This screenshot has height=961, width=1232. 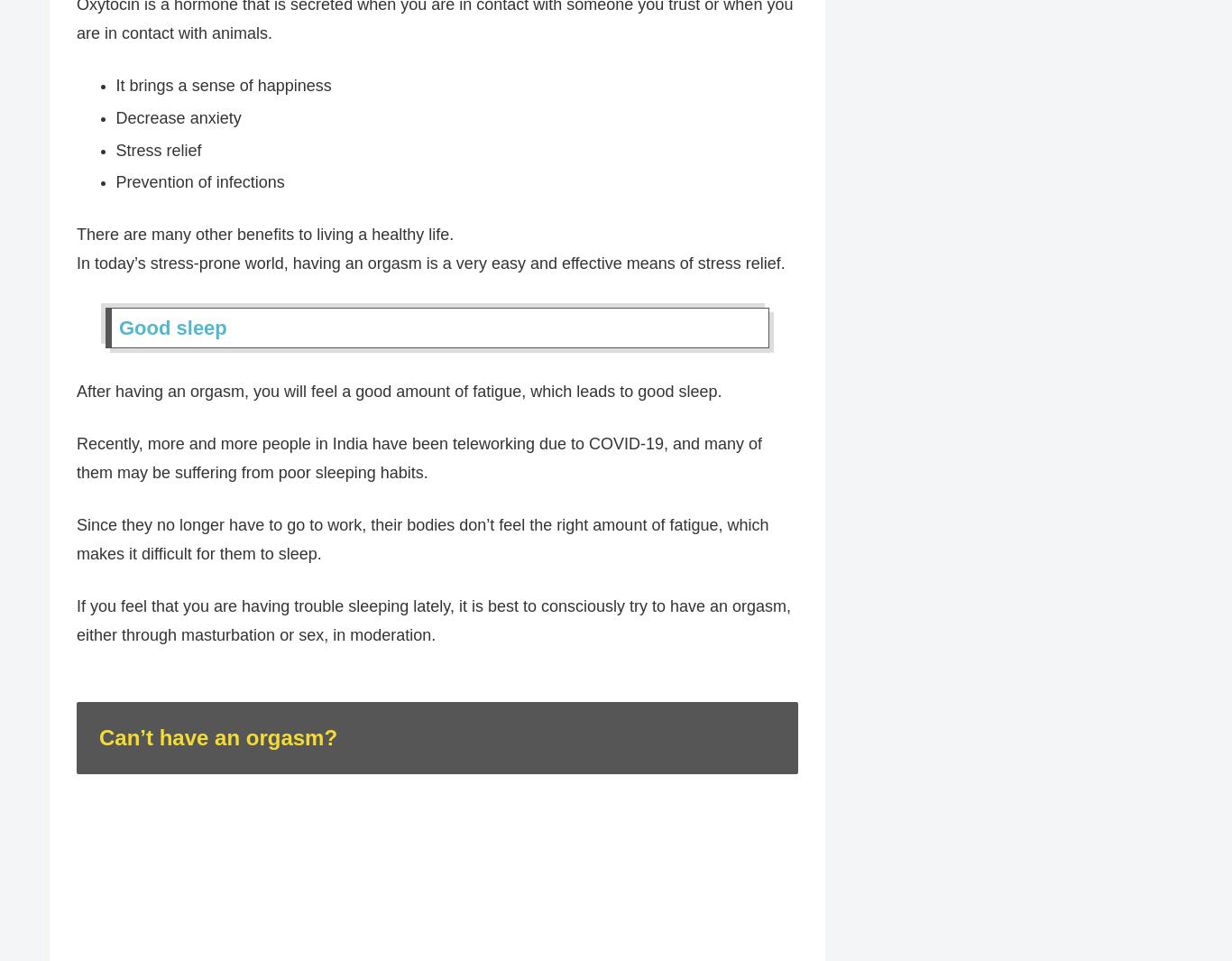 I want to click on 'Decrease anxiety', so click(x=114, y=117).